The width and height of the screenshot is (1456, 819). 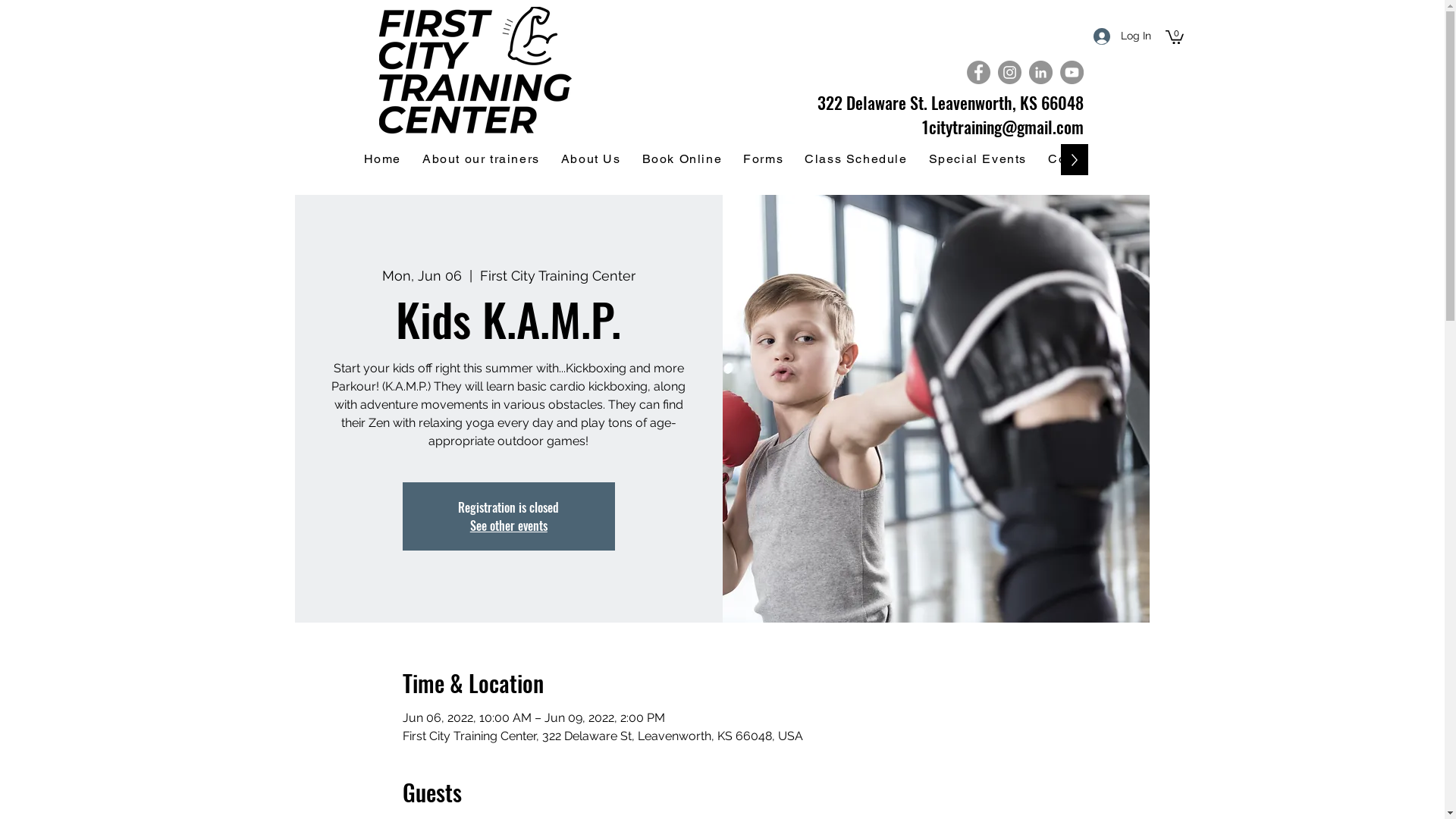 I want to click on 'About our trainers', so click(x=480, y=159).